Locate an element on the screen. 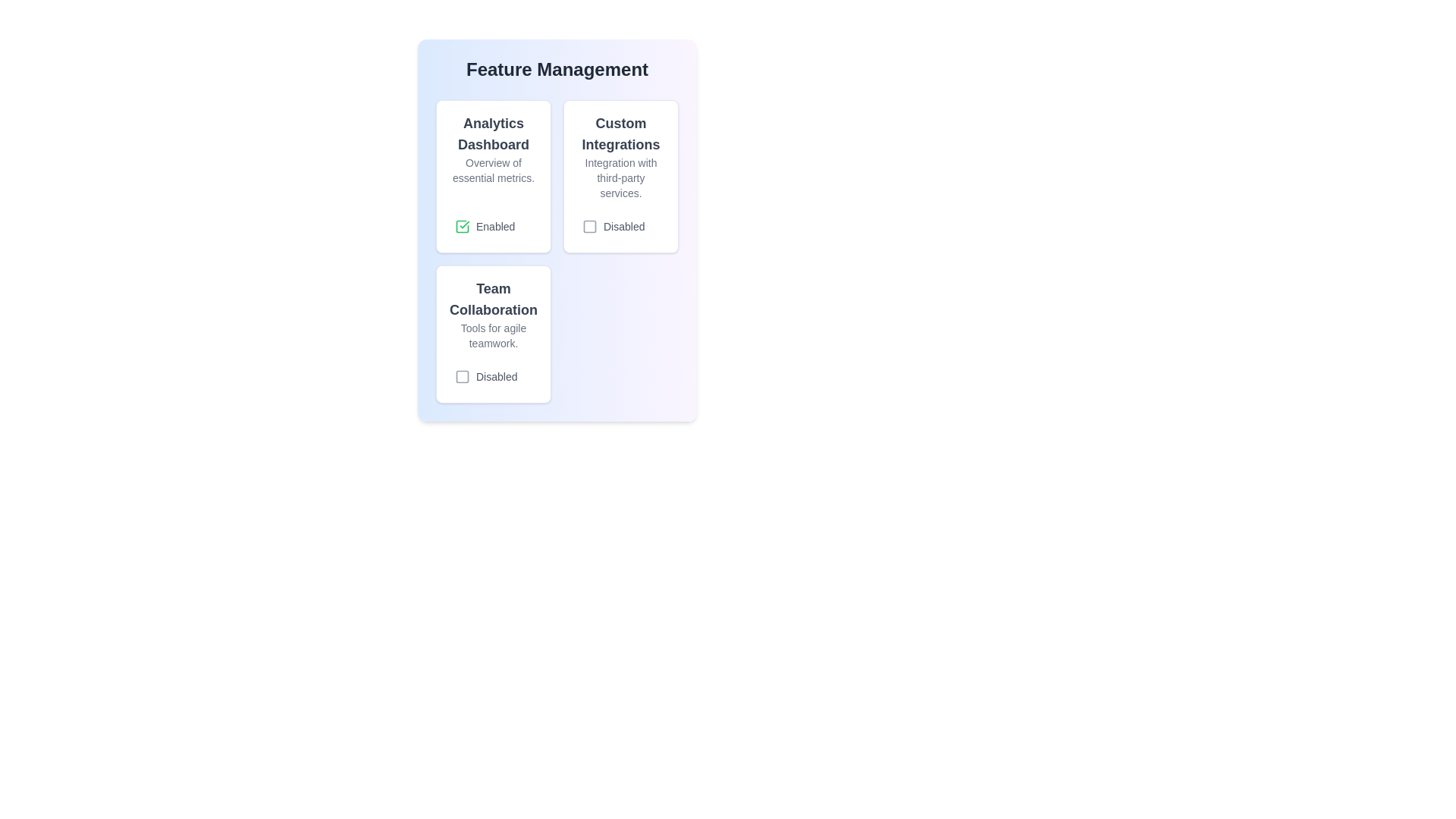 The image size is (1456, 819). the text label that reads 'Integration with third-party services.', which is styled in a smaller gray font and located below the heading 'Custom Integrations' is located at coordinates (621, 177).